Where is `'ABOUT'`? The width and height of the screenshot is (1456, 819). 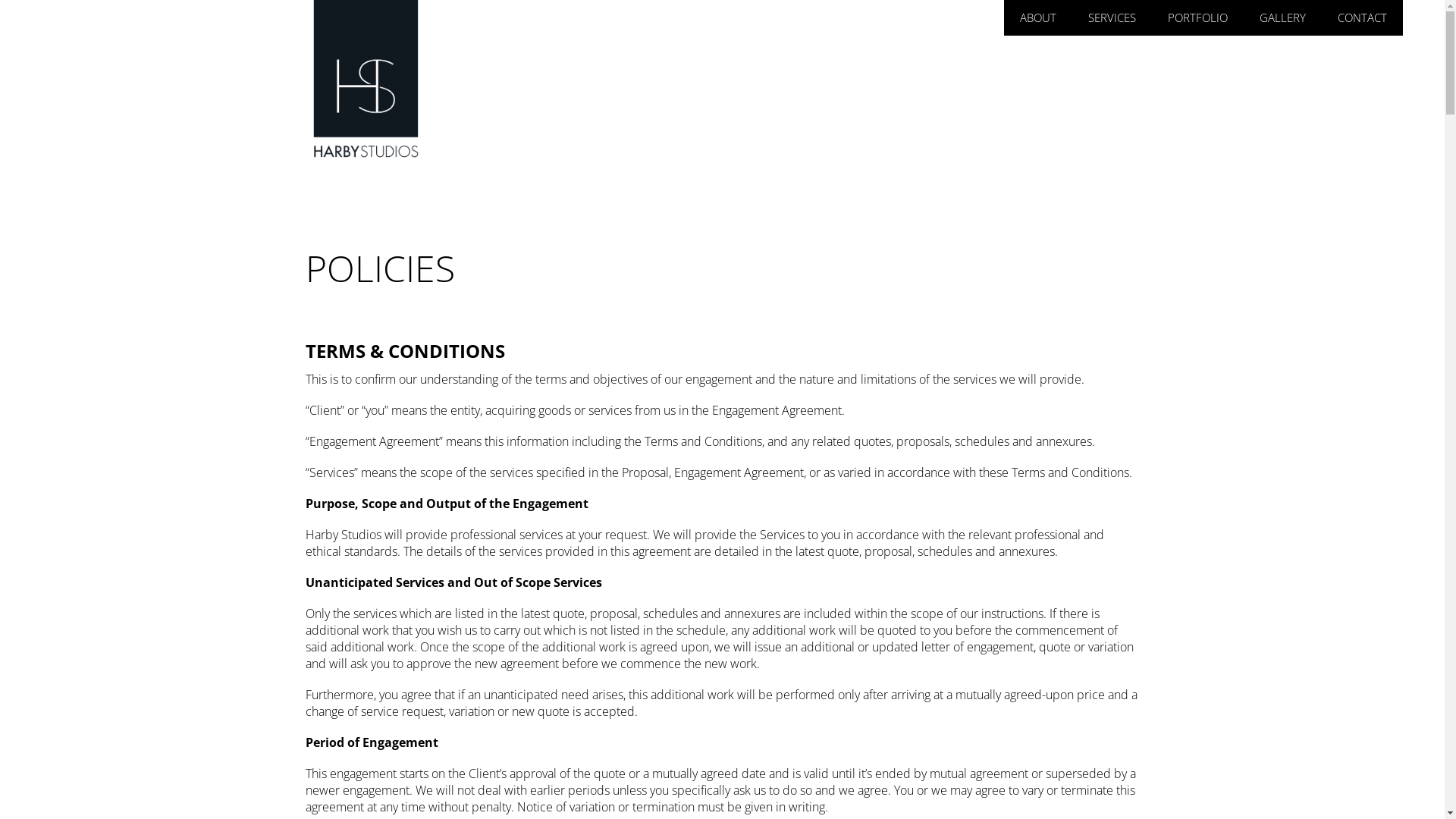
'ABOUT' is located at coordinates (1037, 17).